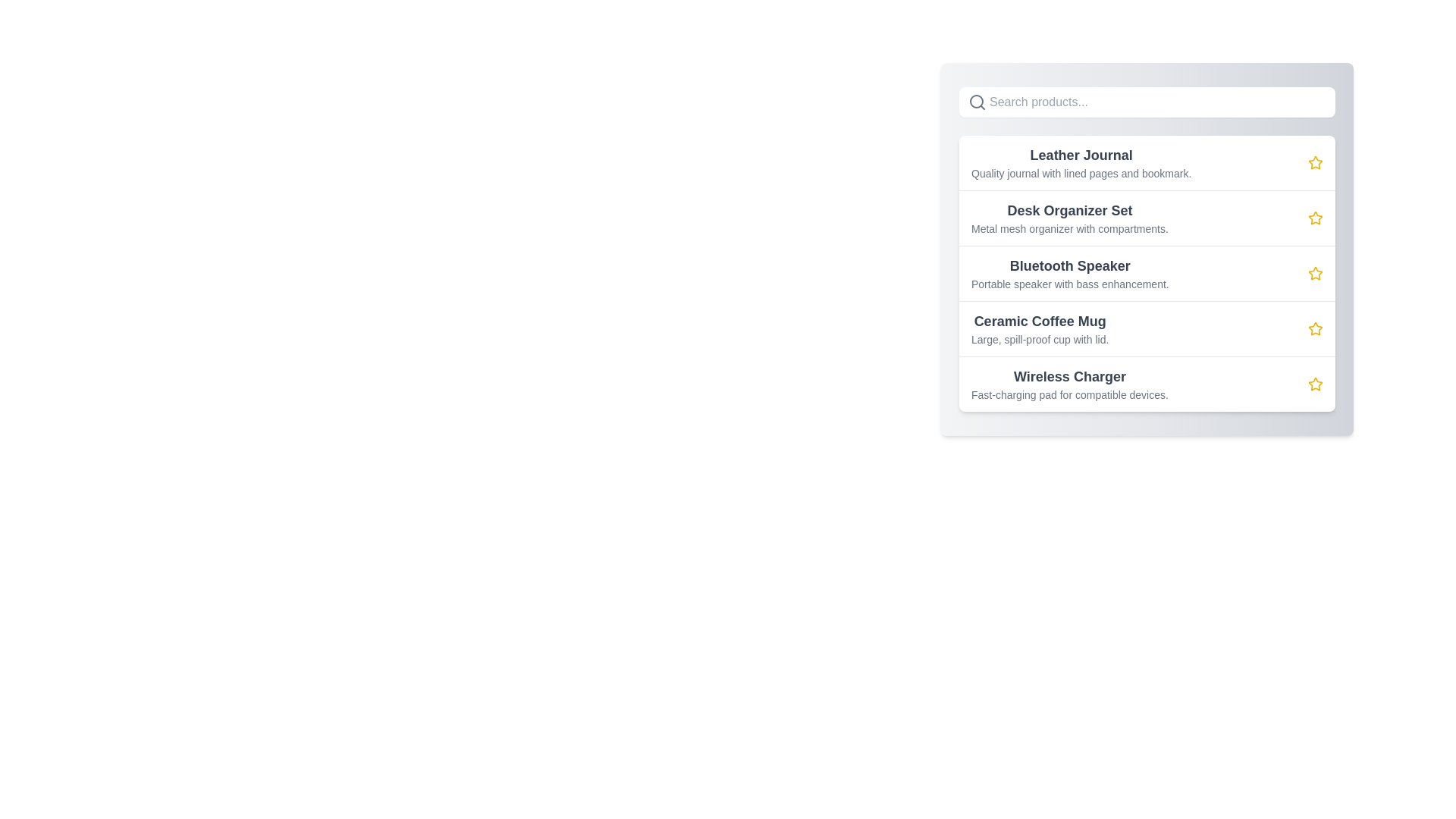  What do you see at coordinates (1069, 218) in the screenshot?
I see `the Text Label element displaying 'Desk Organizer Set' with a secondary description 'Metal mesh organizer with compartments.'` at bounding box center [1069, 218].